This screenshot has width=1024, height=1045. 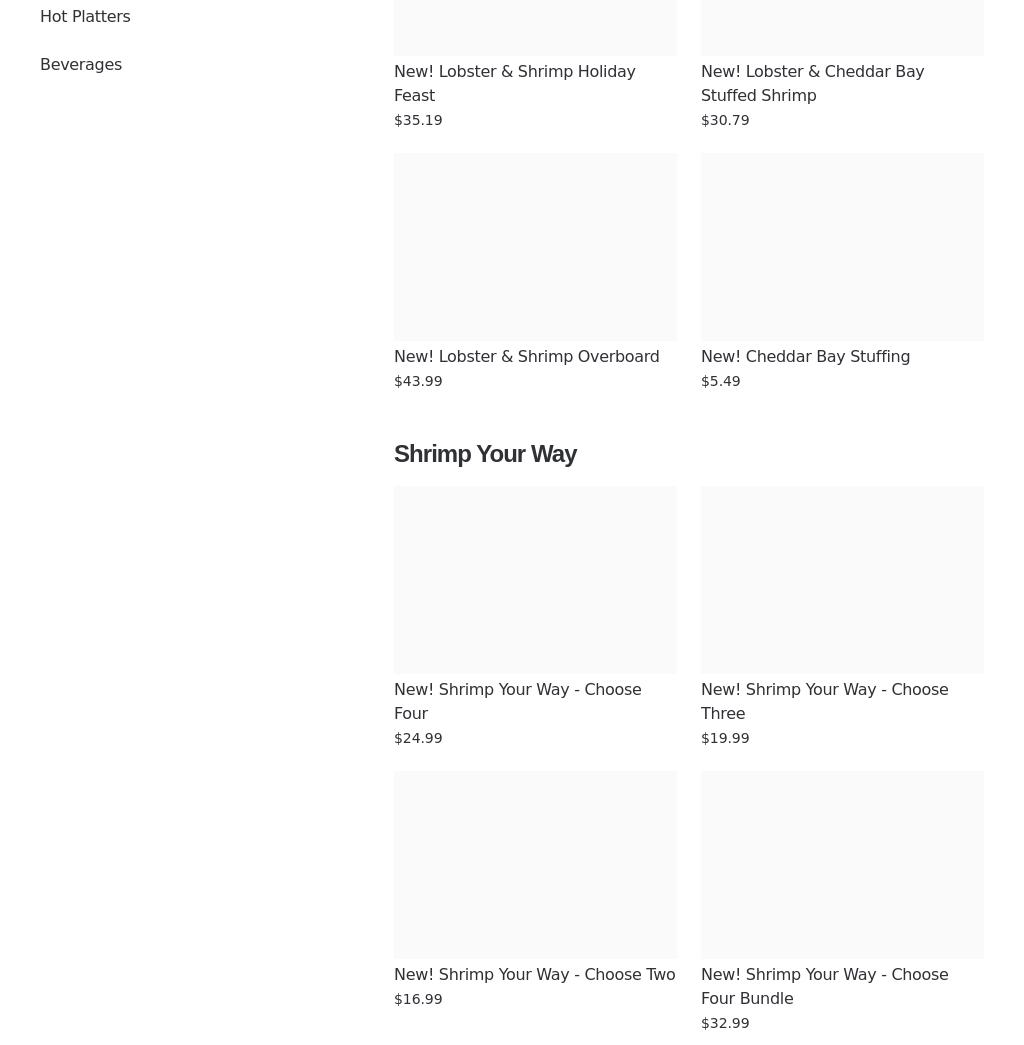 What do you see at coordinates (416, 118) in the screenshot?
I see `'$35.19'` at bounding box center [416, 118].